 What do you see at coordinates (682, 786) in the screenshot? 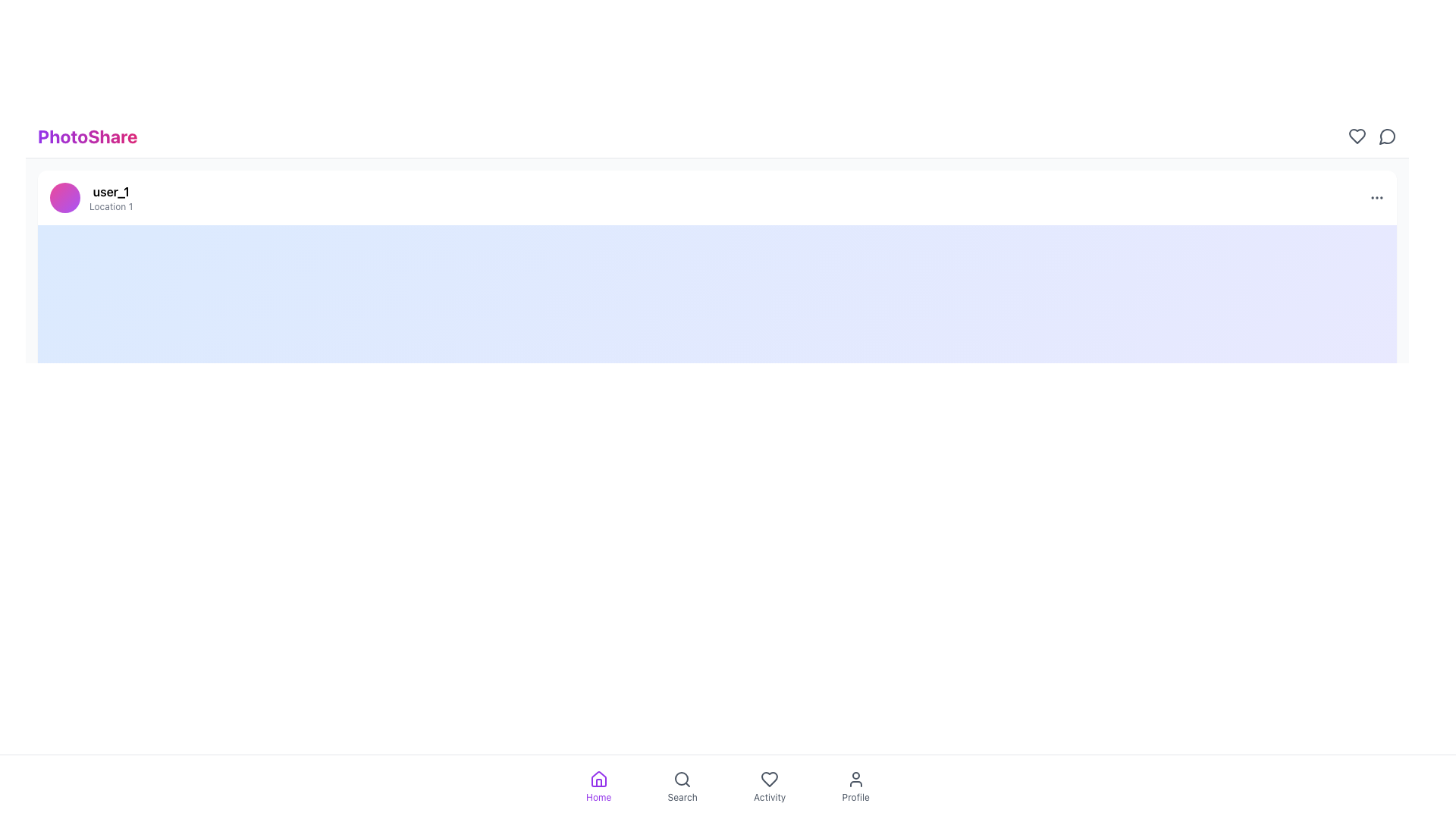
I see `the button located in the bottom horizontal menu bar, which is the second item from the left` at bounding box center [682, 786].